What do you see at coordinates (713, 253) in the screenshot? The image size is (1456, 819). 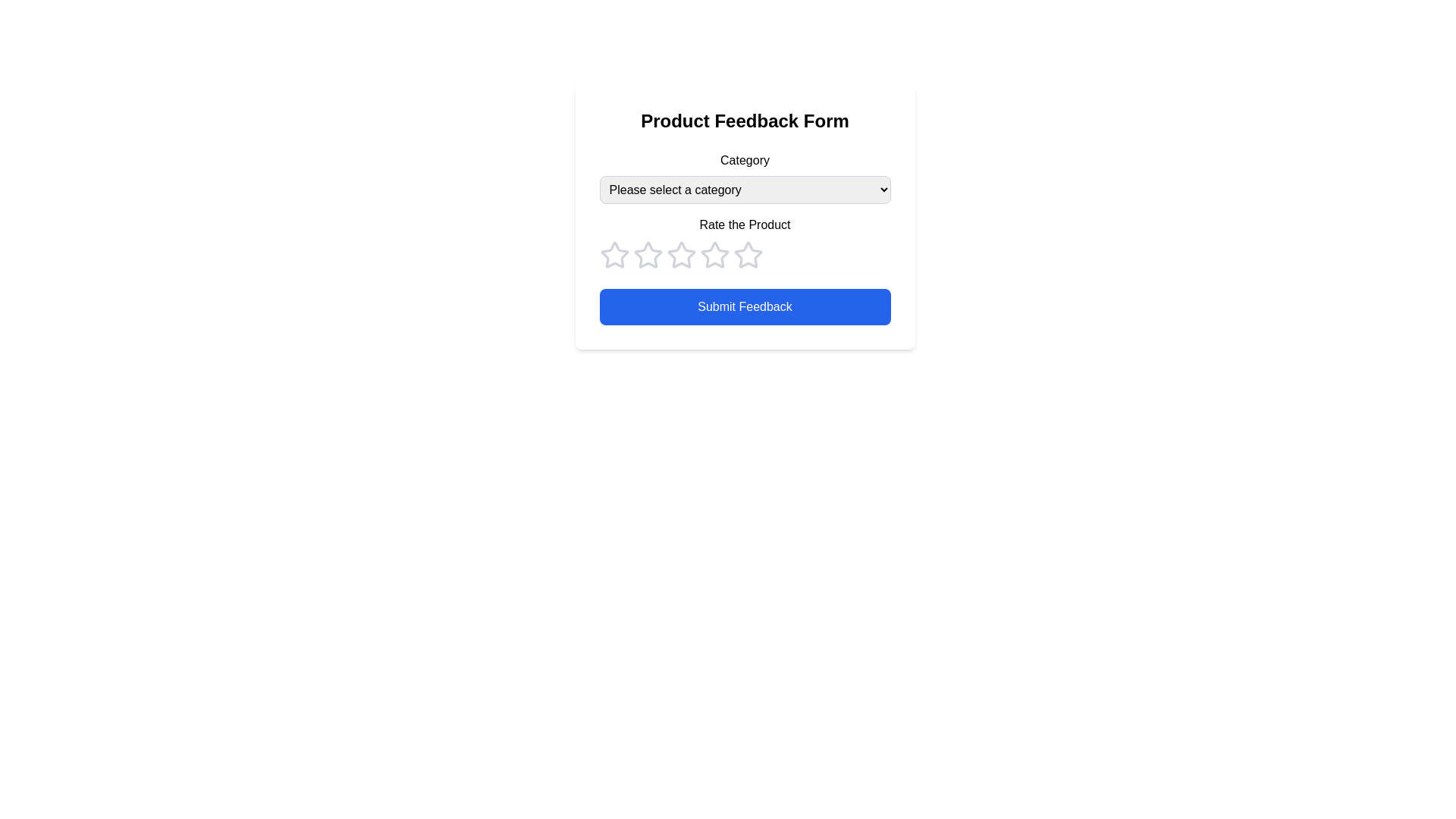 I see `the third star in the rating component below the text 'Rate the Product'` at bounding box center [713, 253].